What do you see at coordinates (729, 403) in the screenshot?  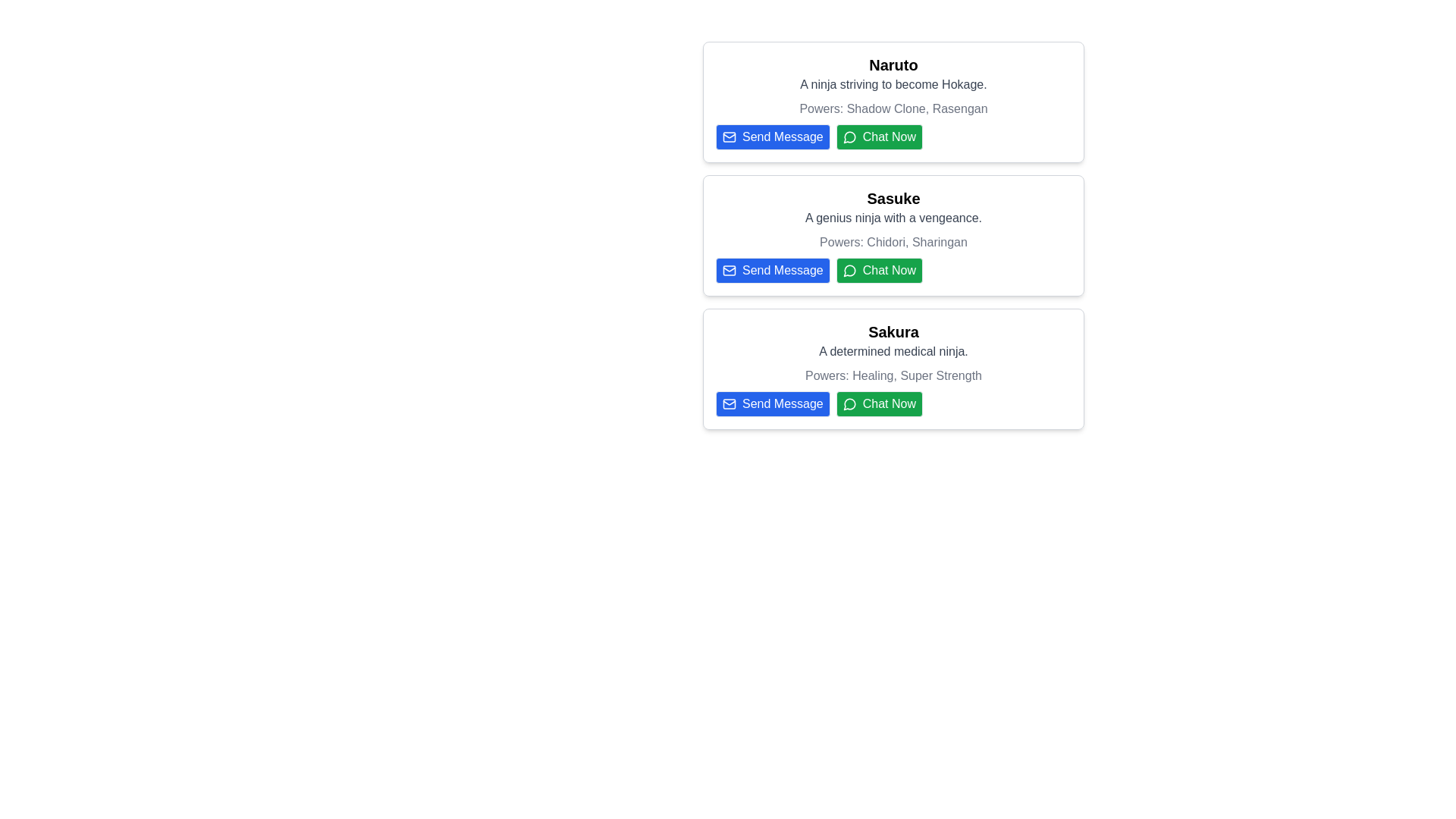 I see `the envelope icon representing email or messaging functionality, which is part of the button group to the left of the 'Send Message' label in the third user card for 'Sakura'` at bounding box center [729, 403].